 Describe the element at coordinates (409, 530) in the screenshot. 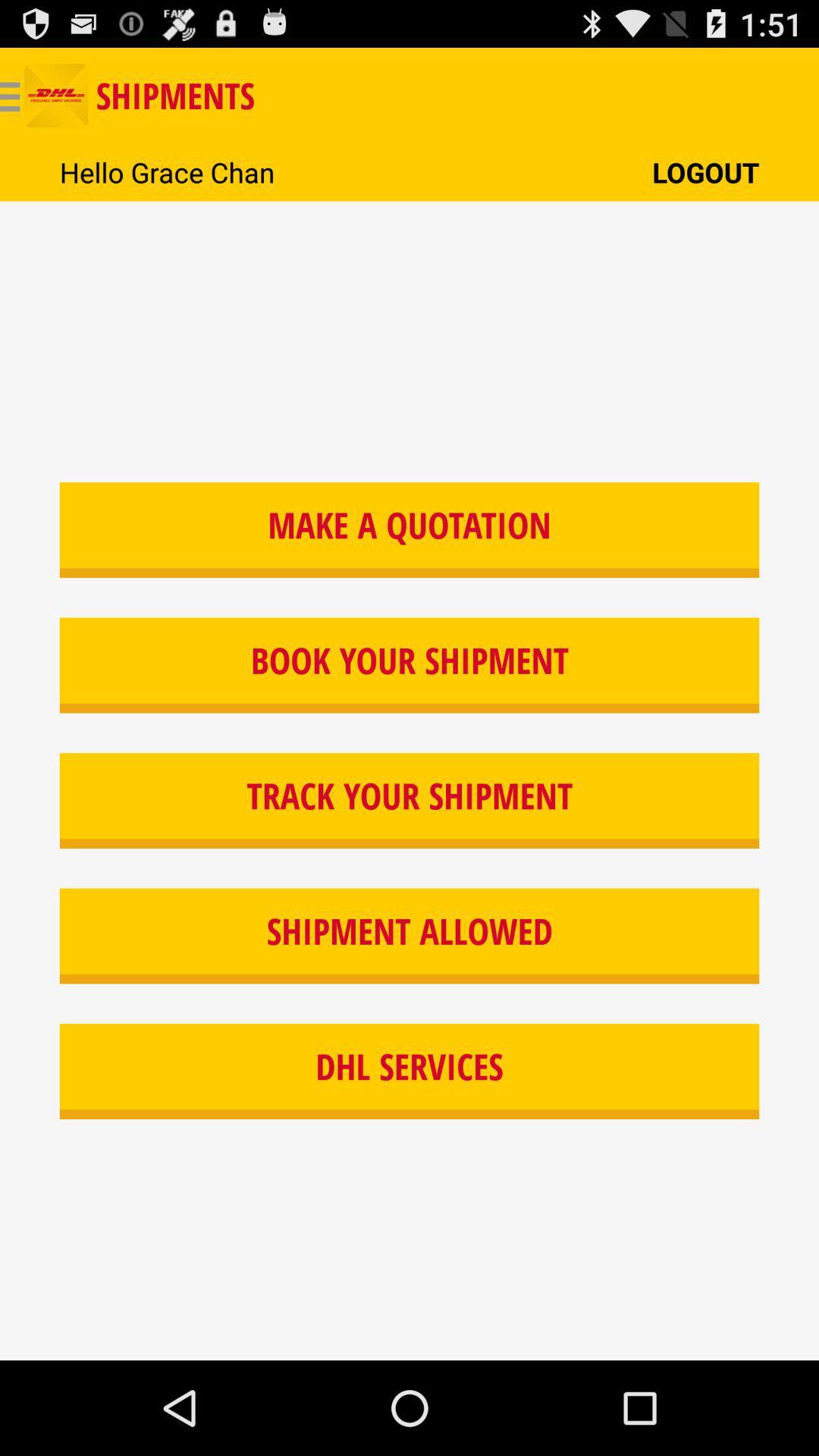

I see `item below hello grace chan icon` at that location.